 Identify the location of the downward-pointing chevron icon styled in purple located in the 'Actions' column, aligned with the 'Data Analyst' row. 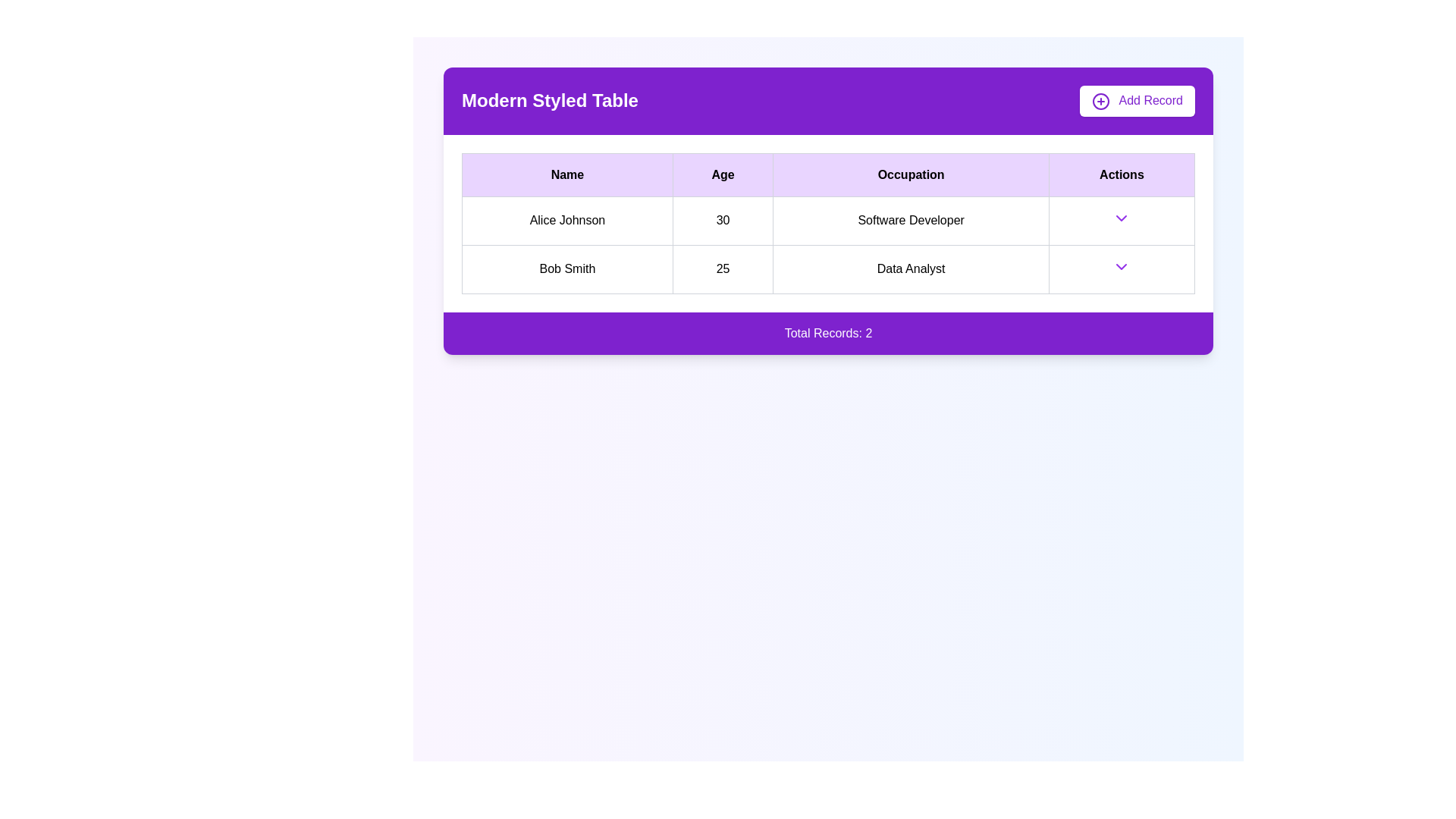
(1122, 265).